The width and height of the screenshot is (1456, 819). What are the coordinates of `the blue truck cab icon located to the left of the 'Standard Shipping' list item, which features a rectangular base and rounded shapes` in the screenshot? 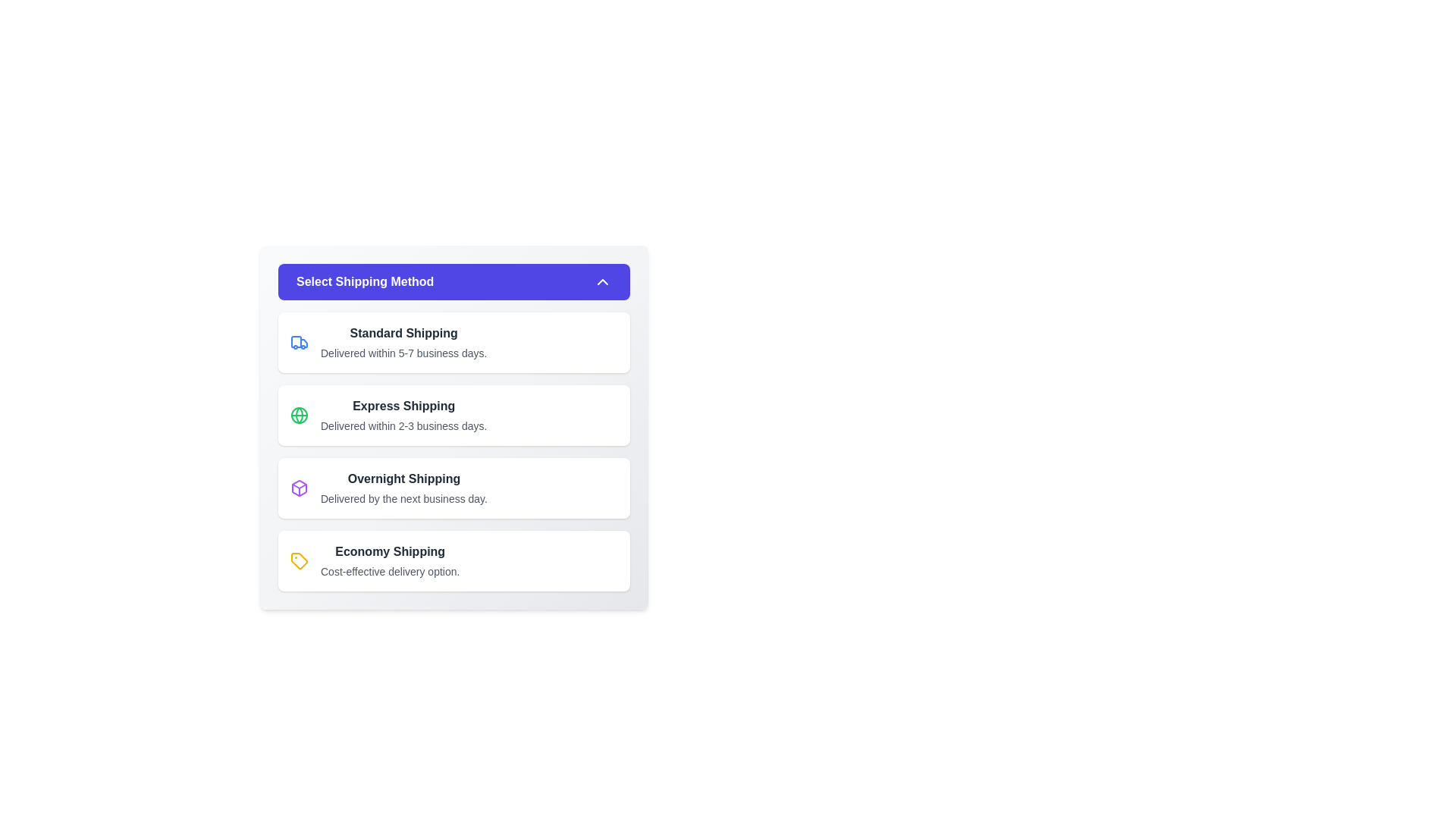 It's located at (296, 342).